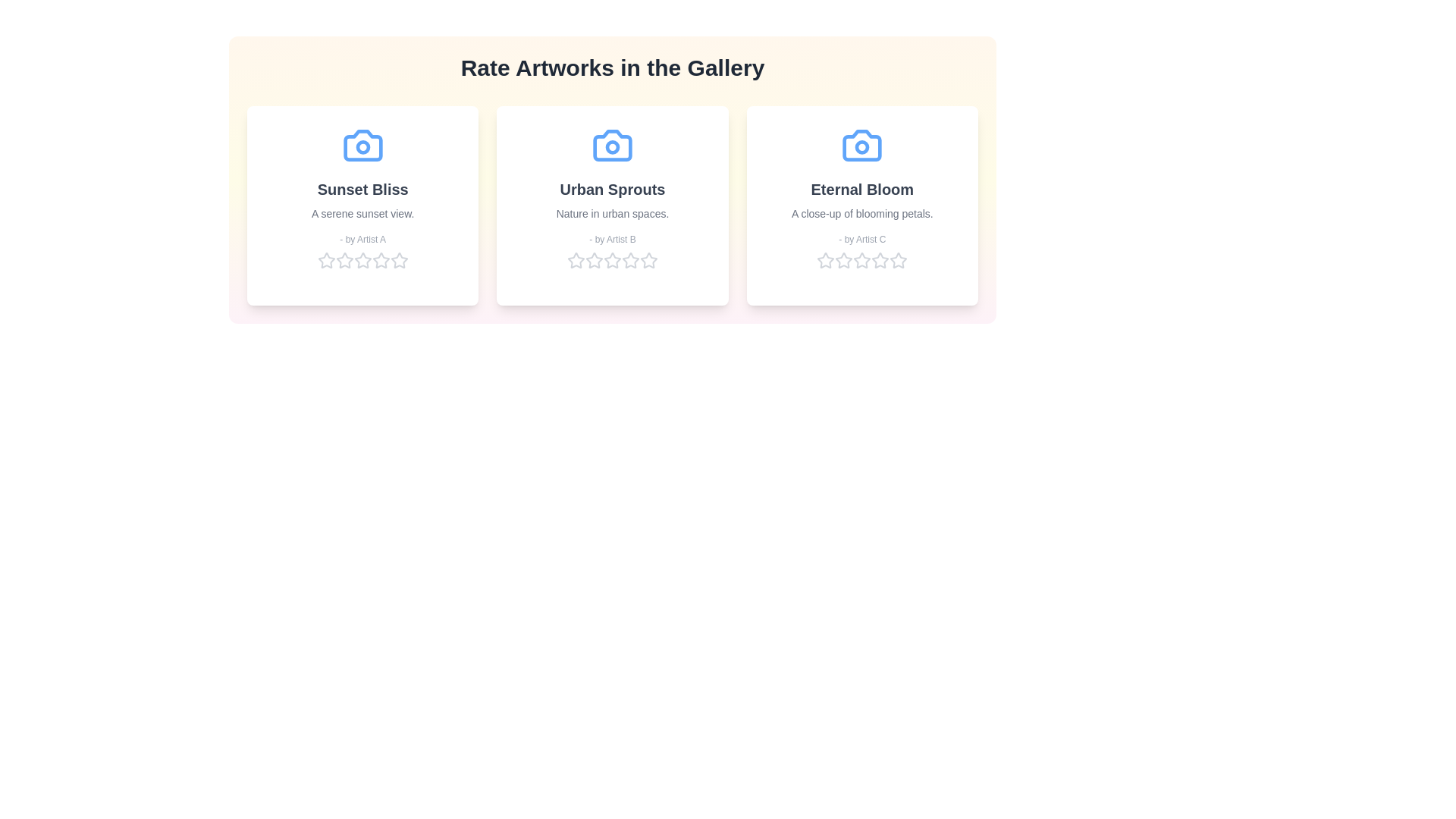 The width and height of the screenshot is (1456, 819). What do you see at coordinates (612, 259) in the screenshot?
I see `the star corresponding to 3 for the artwork 'Urban Sprouts' to set its rating` at bounding box center [612, 259].